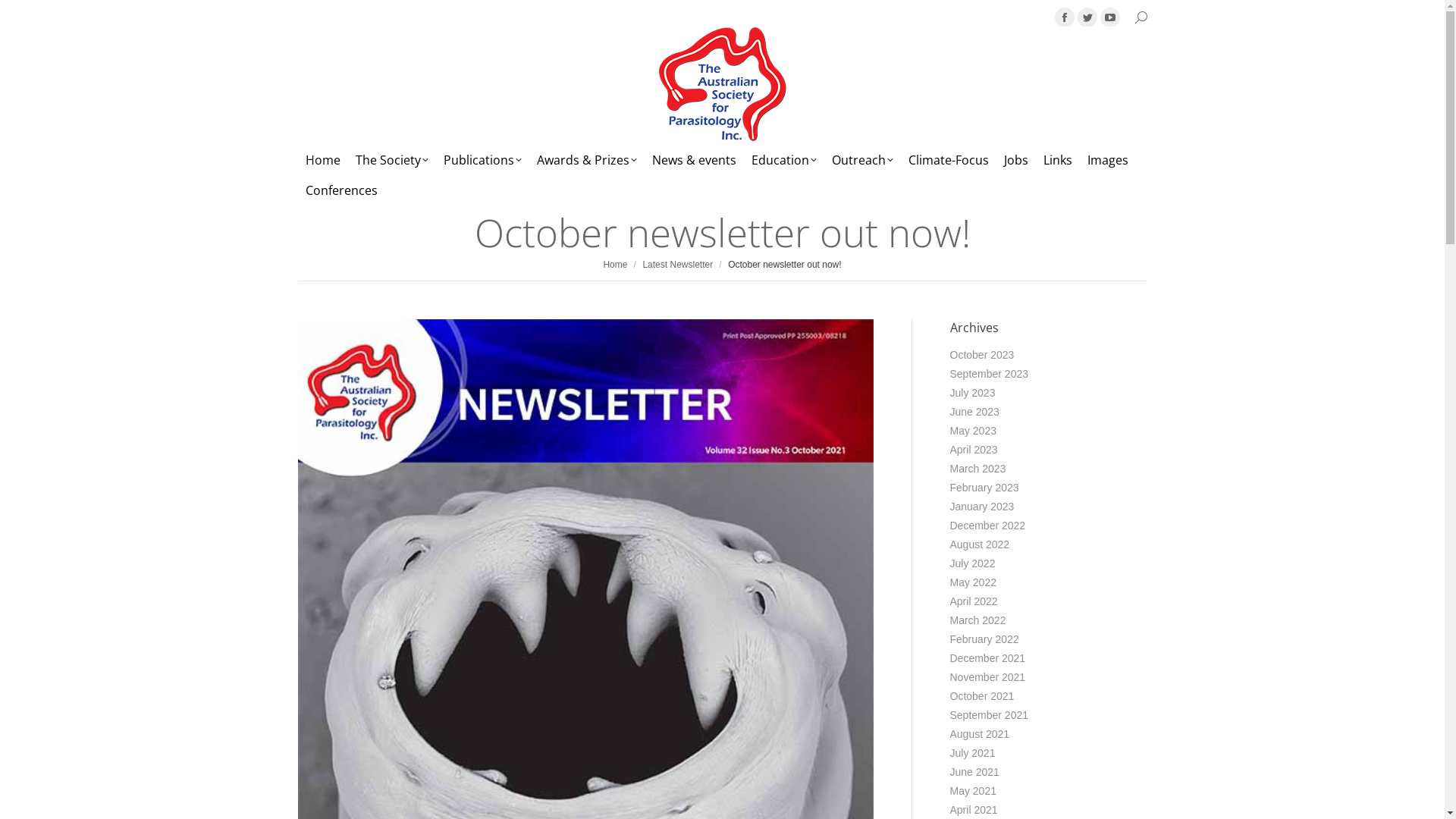  What do you see at coordinates (949, 714) in the screenshot?
I see `'September 2021'` at bounding box center [949, 714].